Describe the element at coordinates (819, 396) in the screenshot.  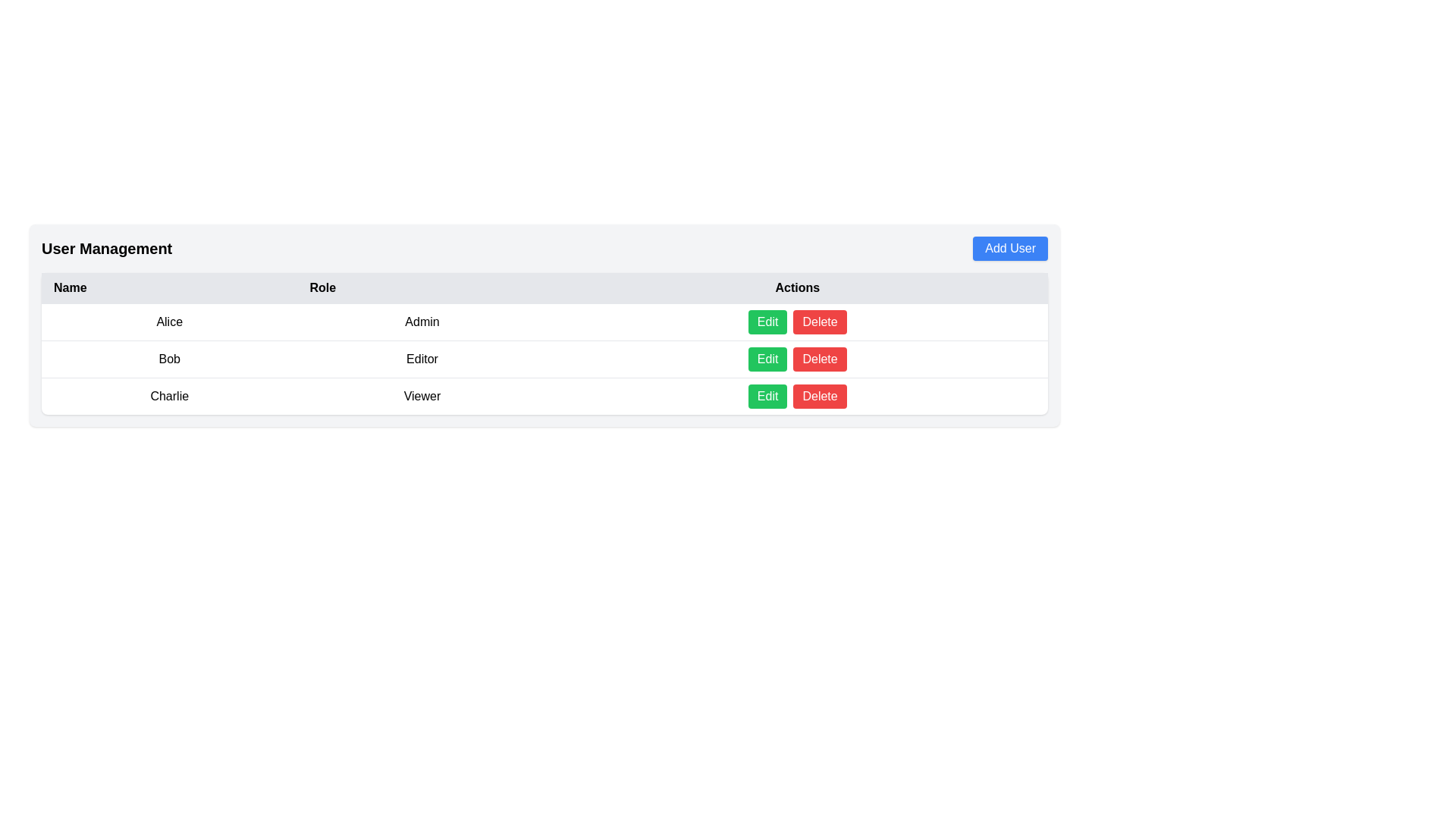
I see `the red 'Delete' button with white text, positioned to the right of the 'Edit' button in the user management table's second row, to observe hover effects` at that location.